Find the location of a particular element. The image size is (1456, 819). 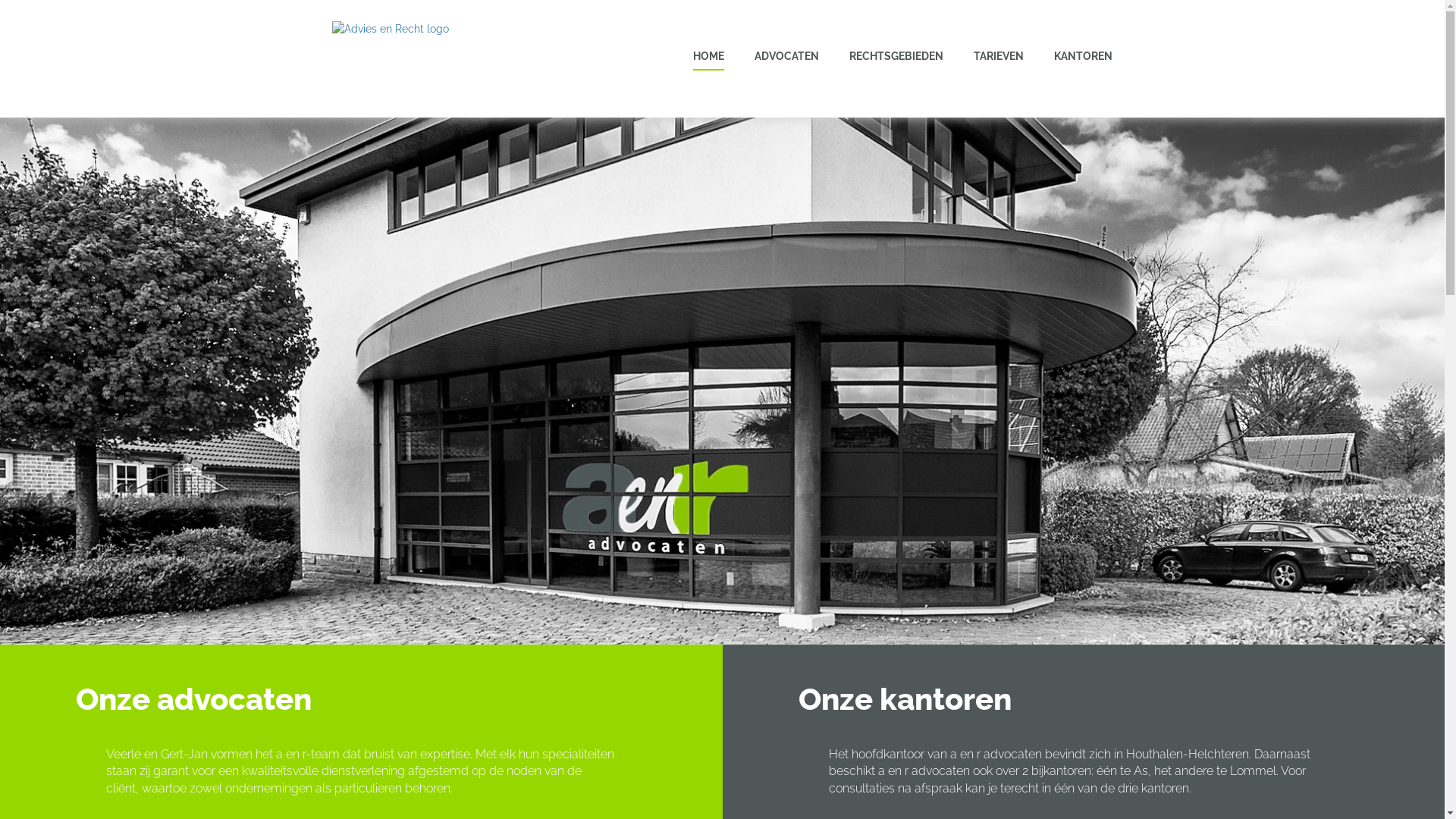

'ADVOCATEN' is located at coordinates (786, 55).